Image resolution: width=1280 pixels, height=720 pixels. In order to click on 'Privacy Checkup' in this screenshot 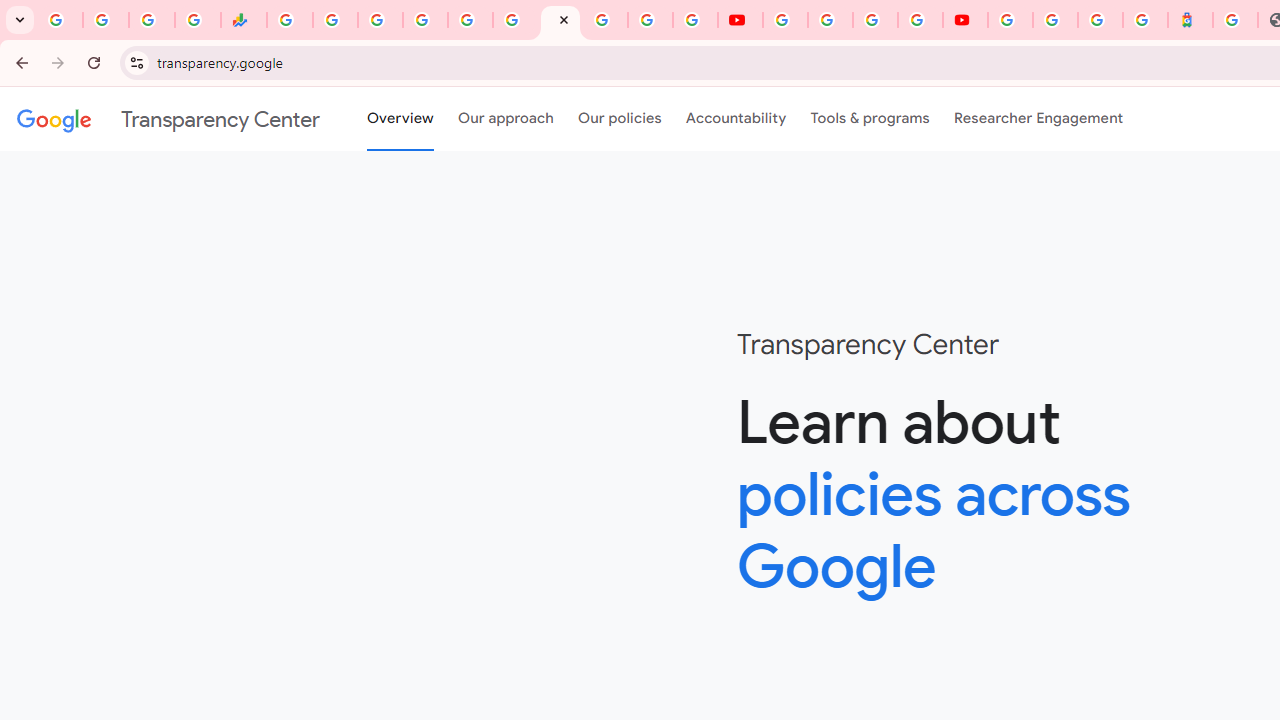, I will do `click(695, 20)`.